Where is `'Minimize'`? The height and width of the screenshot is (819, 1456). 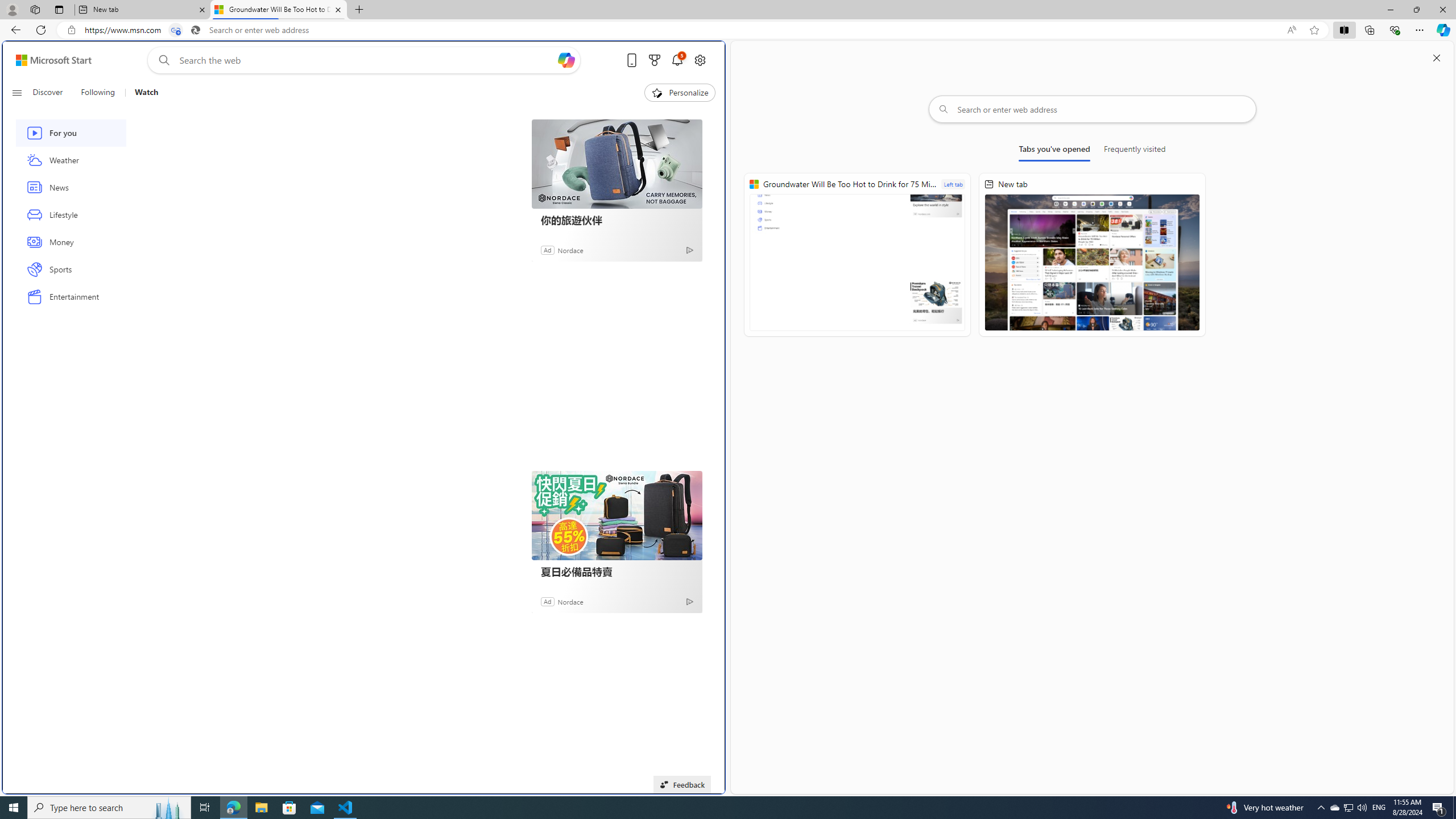 'Minimize' is located at coordinates (1389, 9).